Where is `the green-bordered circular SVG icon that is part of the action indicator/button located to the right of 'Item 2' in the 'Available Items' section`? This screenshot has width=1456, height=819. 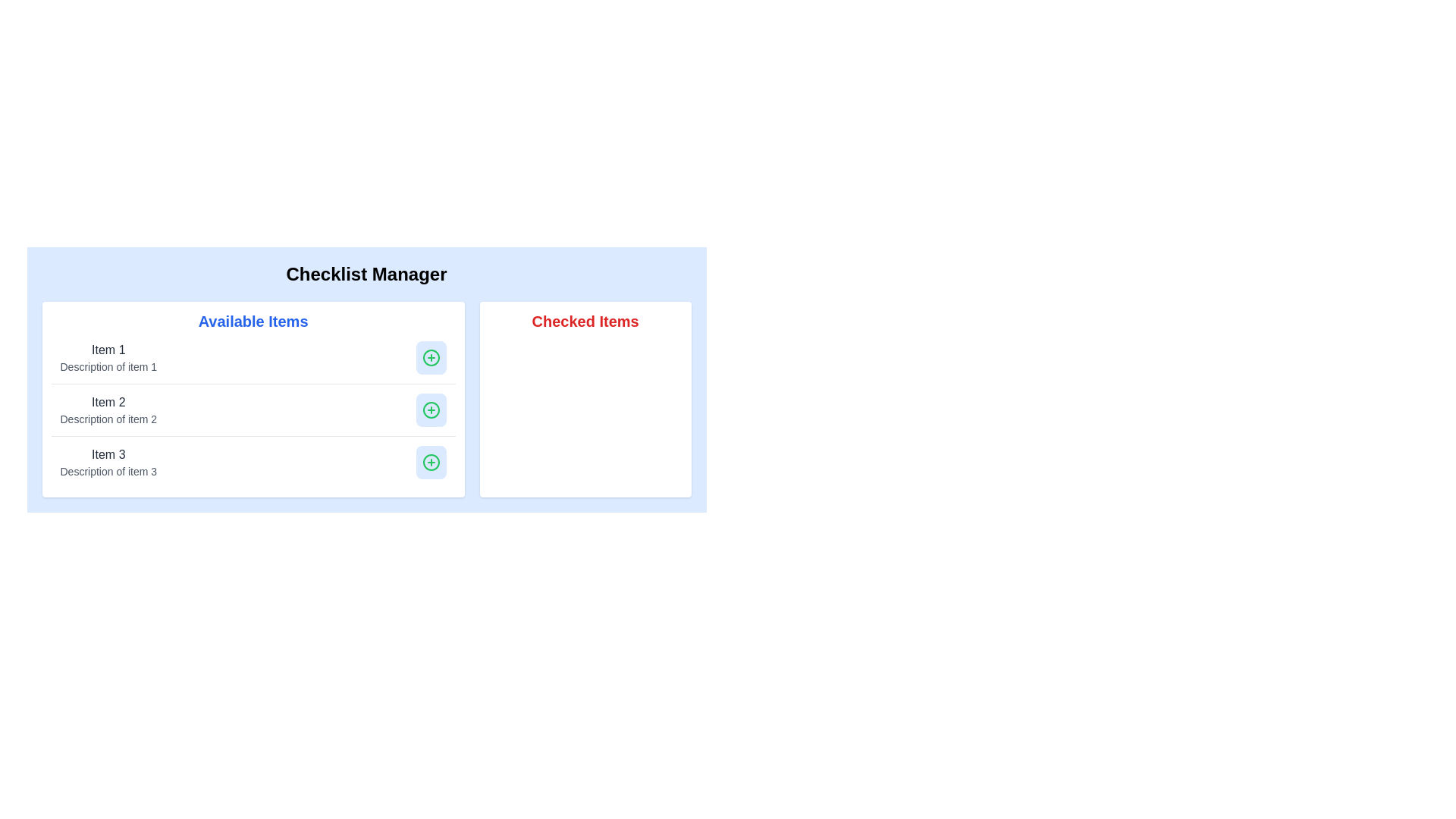 the green-bordered circular SVG icon that is part of the action indicator/button located to the right of 'Item 2' in the 'Available Items' section is located at coordinates (430, 409).